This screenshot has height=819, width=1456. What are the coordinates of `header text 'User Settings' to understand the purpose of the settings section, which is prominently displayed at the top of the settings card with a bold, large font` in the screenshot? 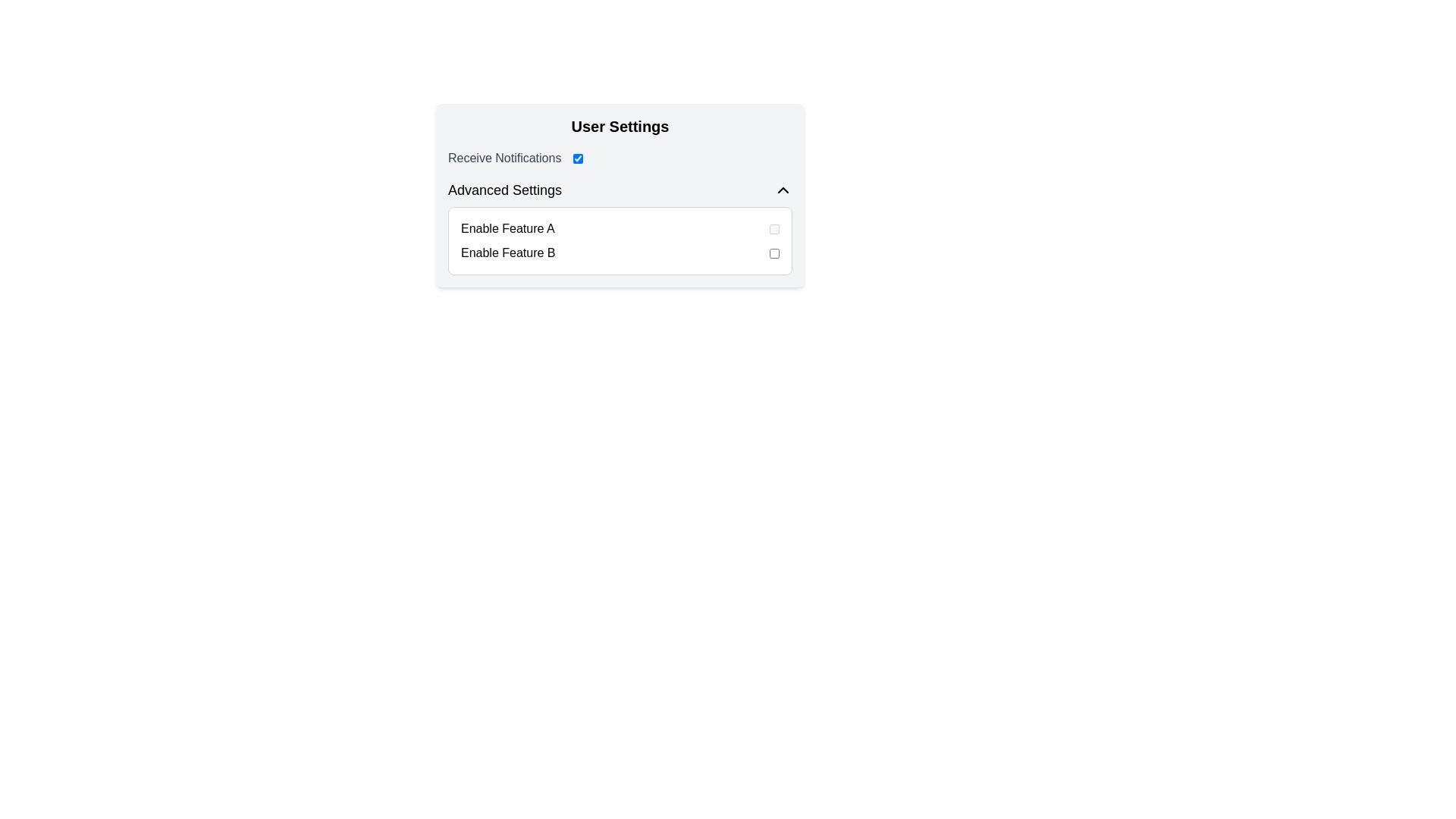 It's located at (620, 125).